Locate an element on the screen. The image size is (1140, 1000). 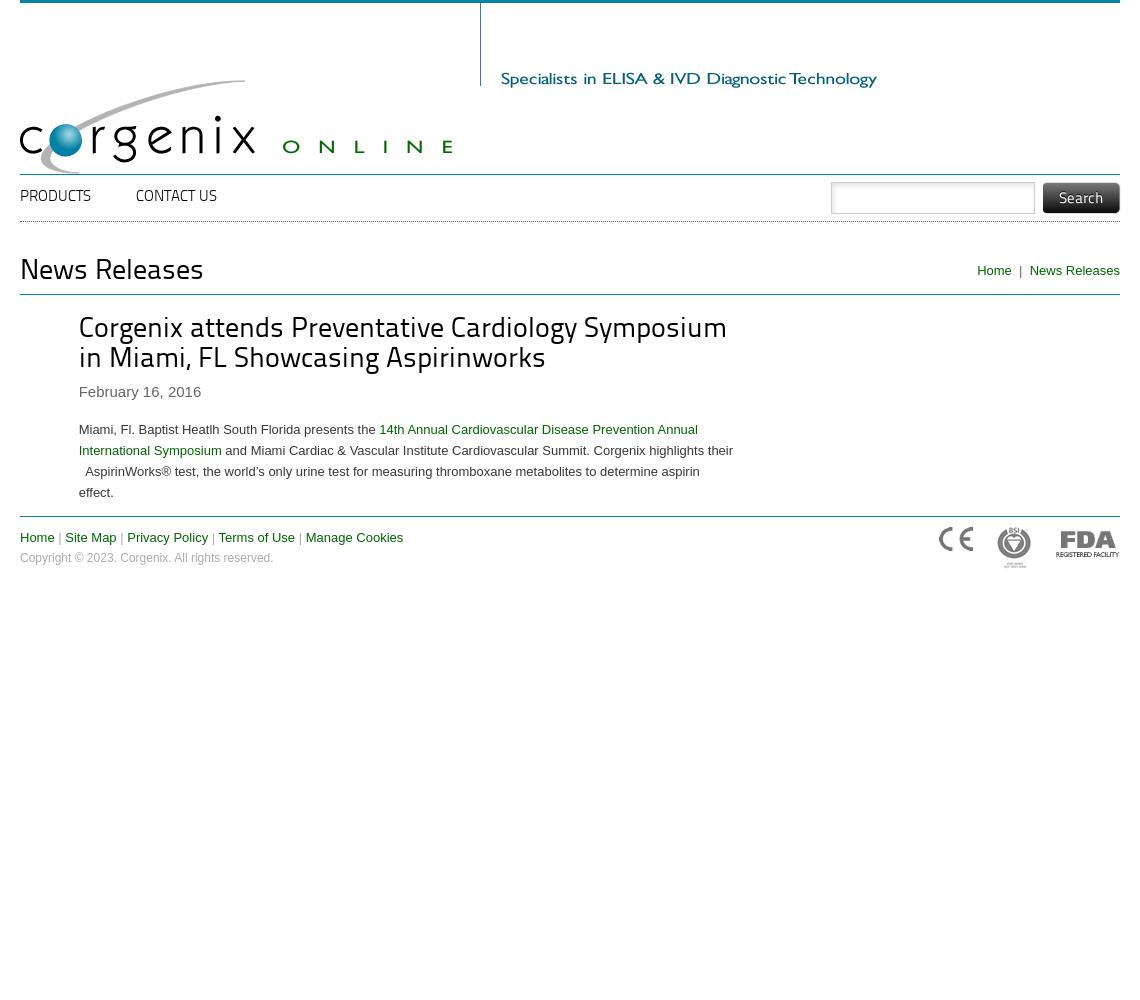
'Site Map' is located at coordinates (89, 537).